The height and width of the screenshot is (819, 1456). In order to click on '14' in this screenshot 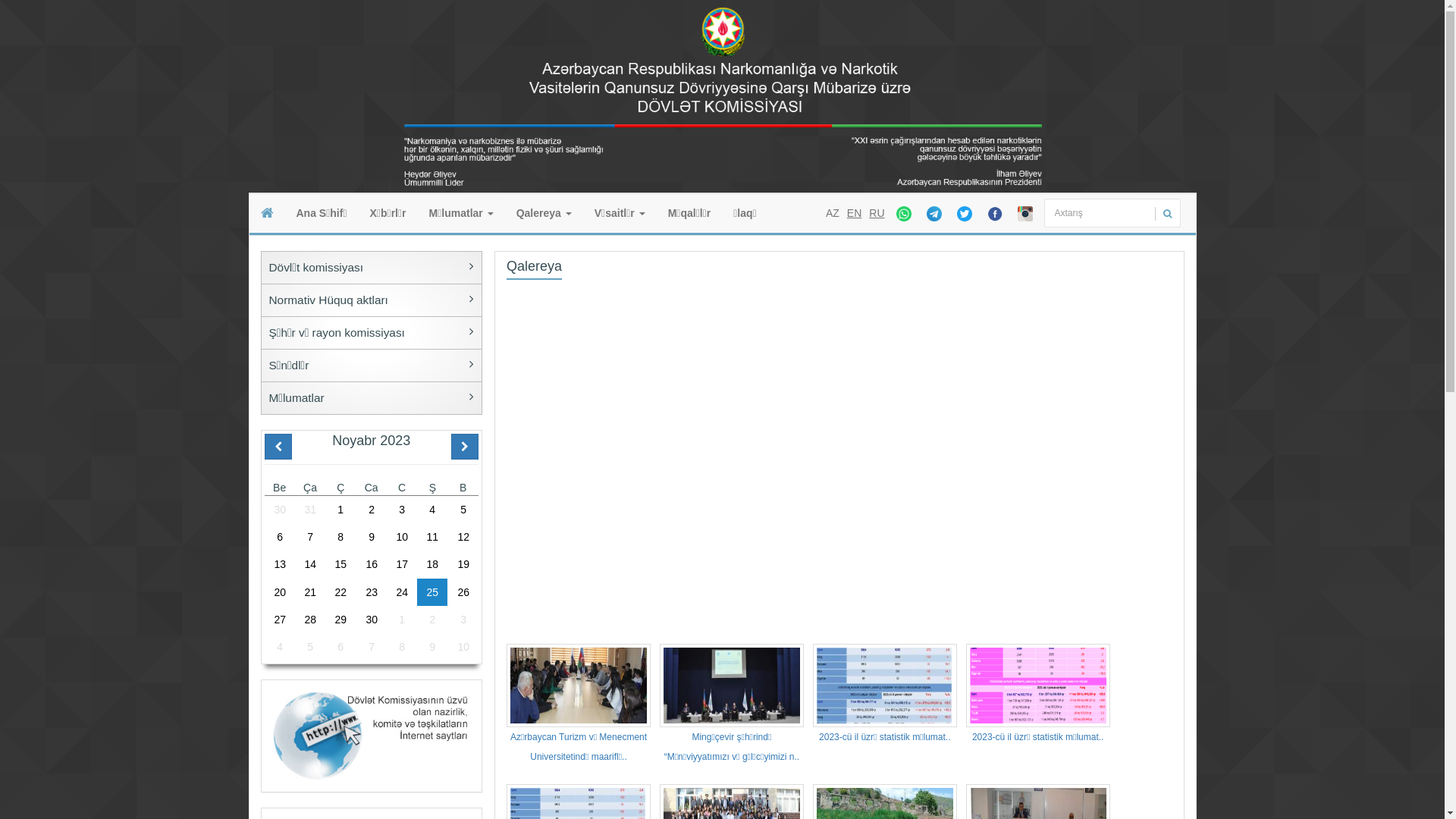, I will do `click(294, 564)`.